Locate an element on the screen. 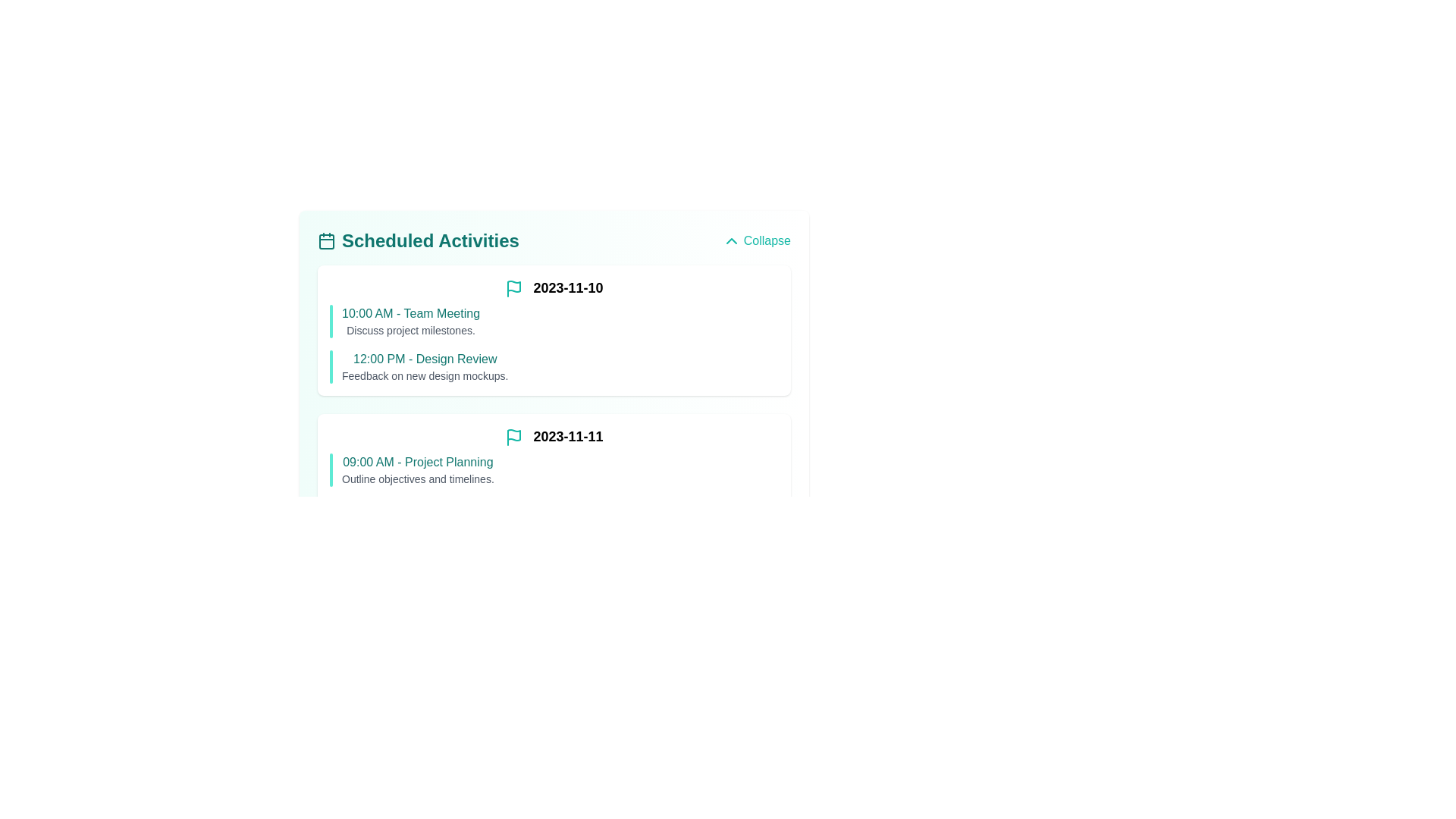 This screenshot has width=1456, height=819. displayed content of the first scheduled activity element, which is positioned under the 'Scheduled Activities' header for '2023-11-10', located to the left of a vertical teal line is located at coordinates (411, 321).